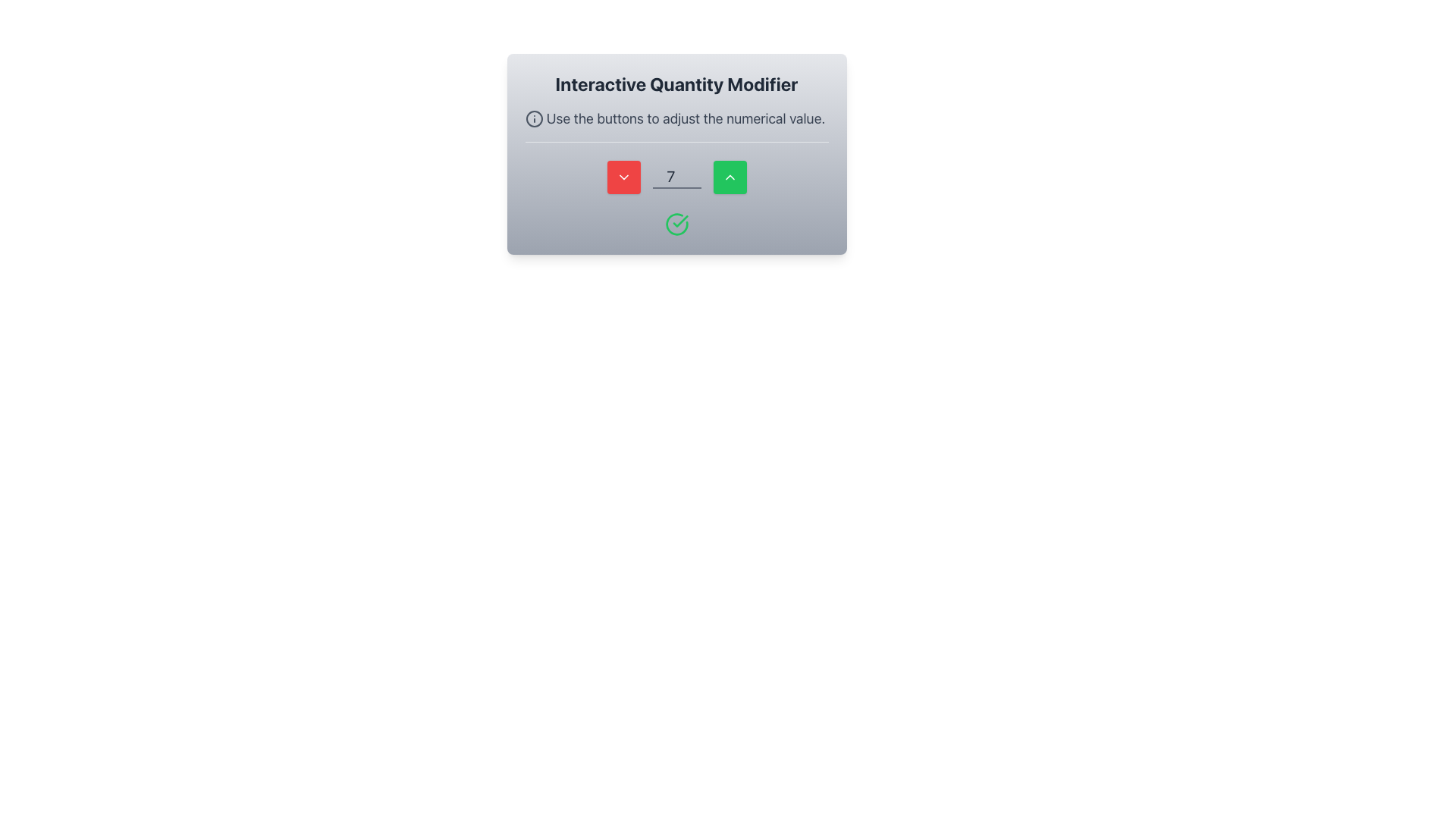  Describe the element at coordinates (676, 224) in the screenshot. I see `the circular green icon with a checkmark, located below the numerical input field and increment/decrement buttons` at that location.